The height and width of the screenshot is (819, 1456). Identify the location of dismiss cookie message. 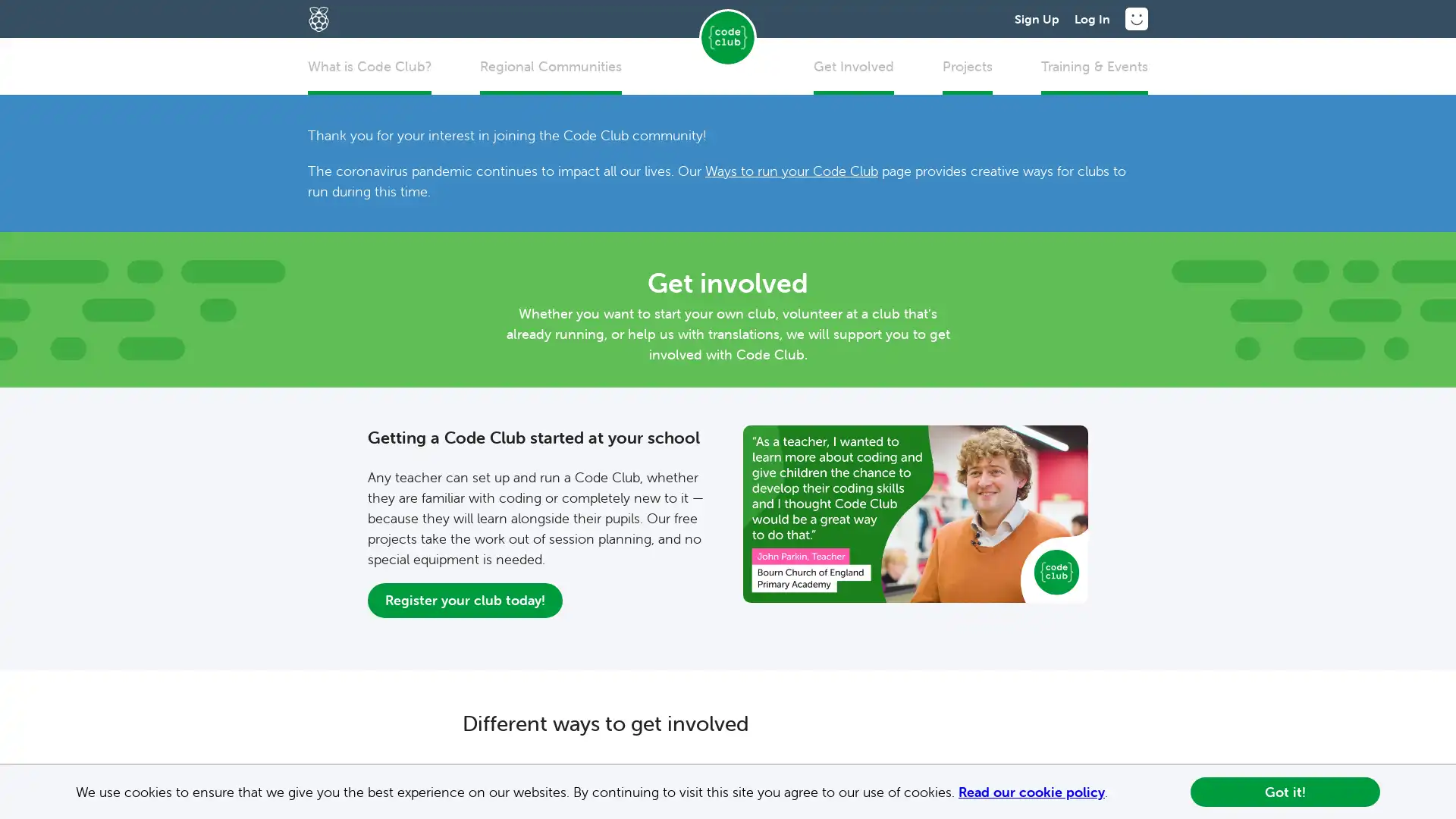
(1284, 791).